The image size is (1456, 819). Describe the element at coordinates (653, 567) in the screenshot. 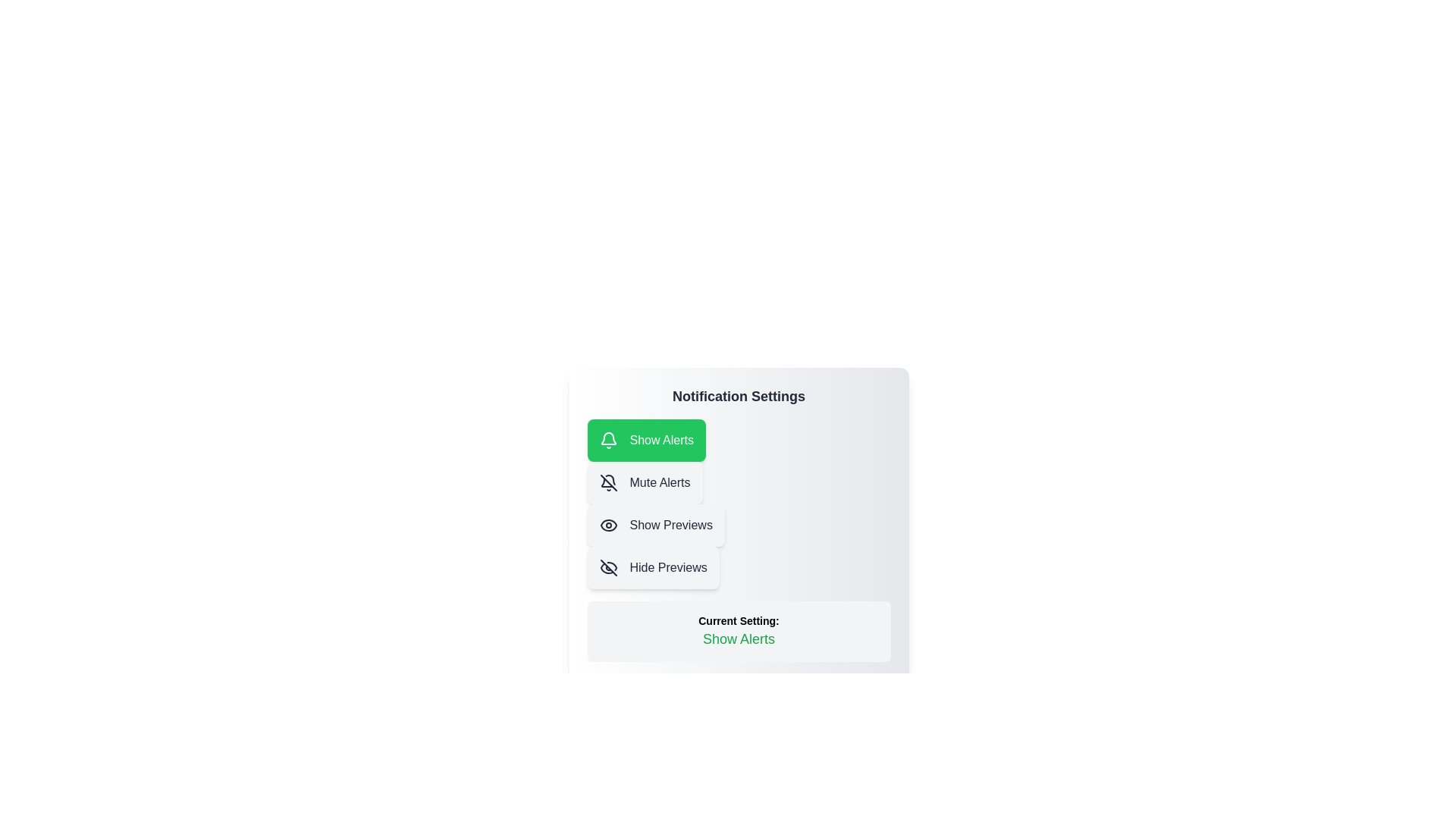

I see `the notification setting Hide Previews by clicking the corresponding button` at that location.